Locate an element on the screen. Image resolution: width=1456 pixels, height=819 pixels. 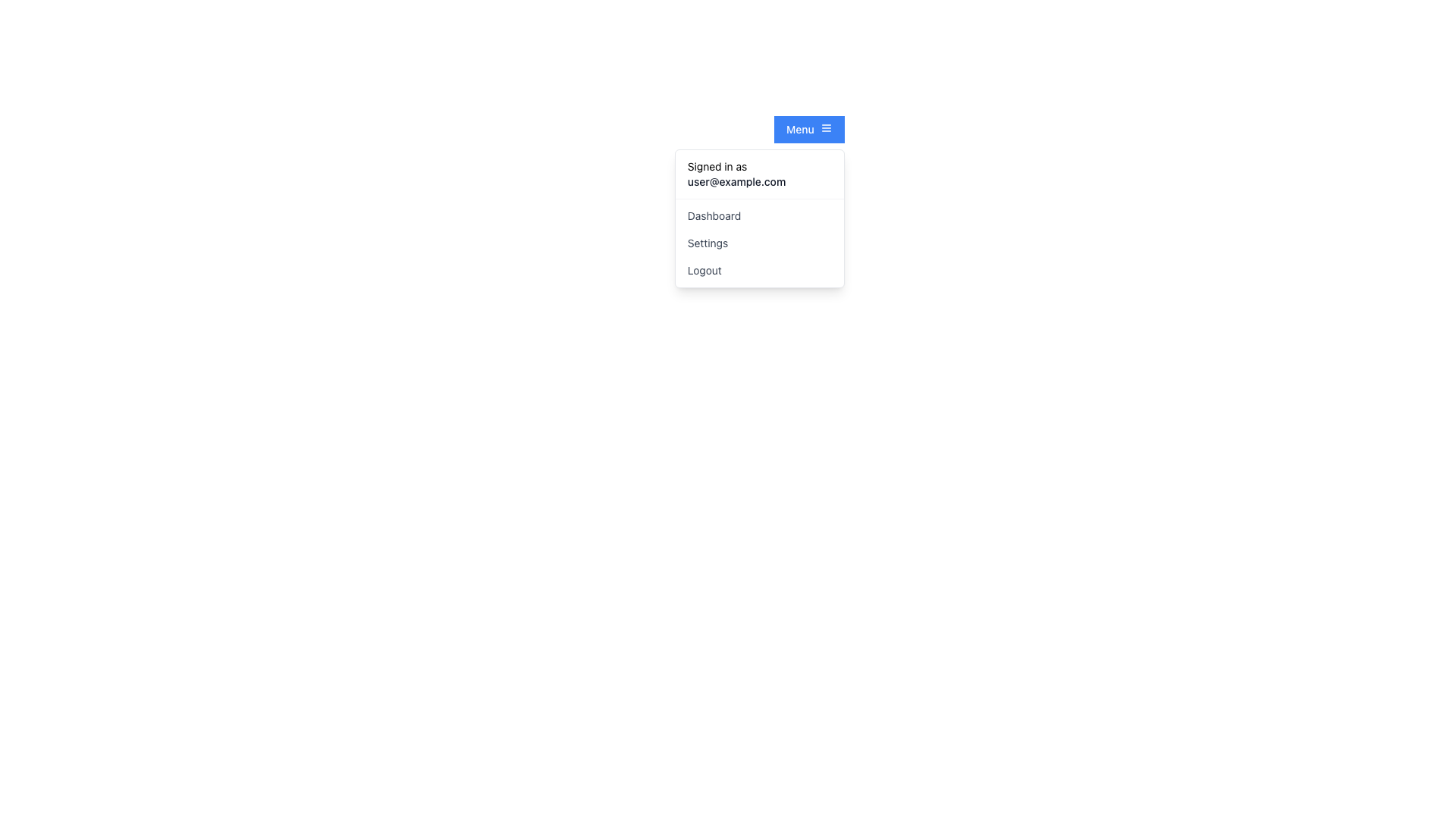
the first hyperlink in the dropdown menu that redirects to the dashboard, positioned below 'Signed in as user@example.com' and above 'Settings' is located at coordinates (759, 216).